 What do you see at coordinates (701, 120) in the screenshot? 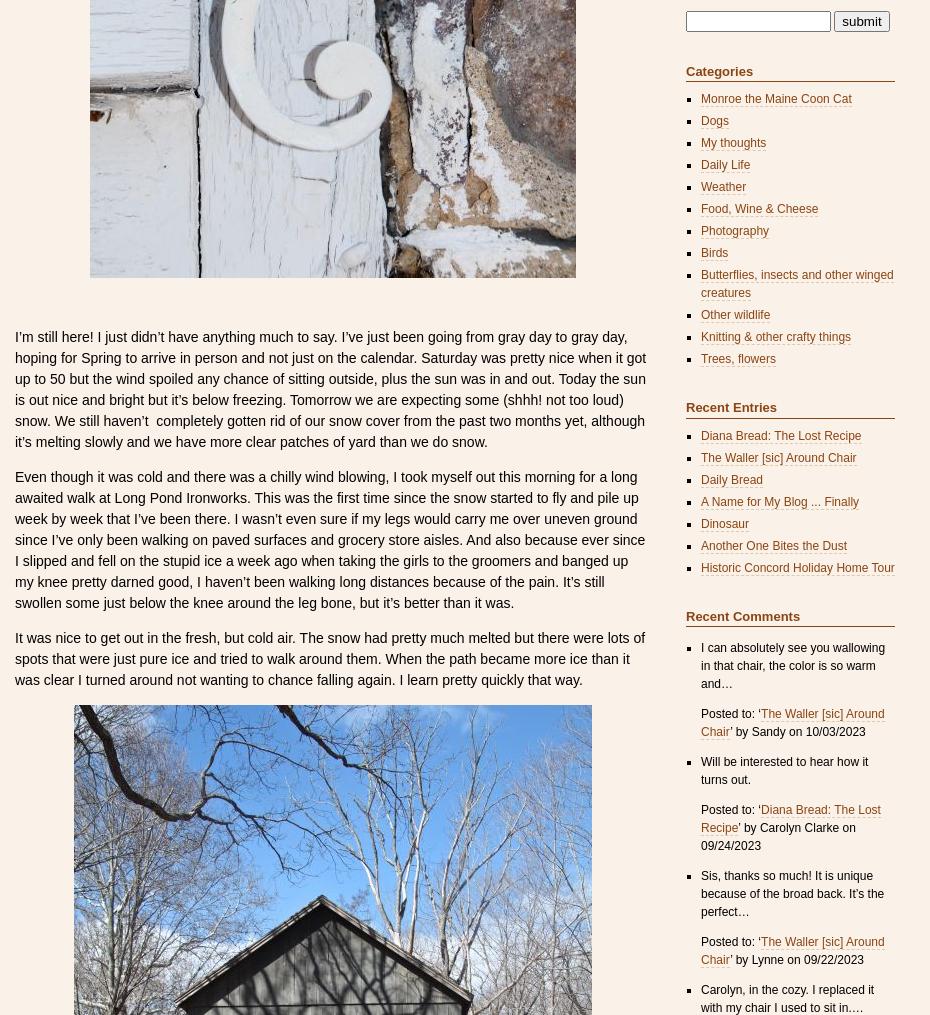
I see `'Dogs'` at bounding box center [701, 120].